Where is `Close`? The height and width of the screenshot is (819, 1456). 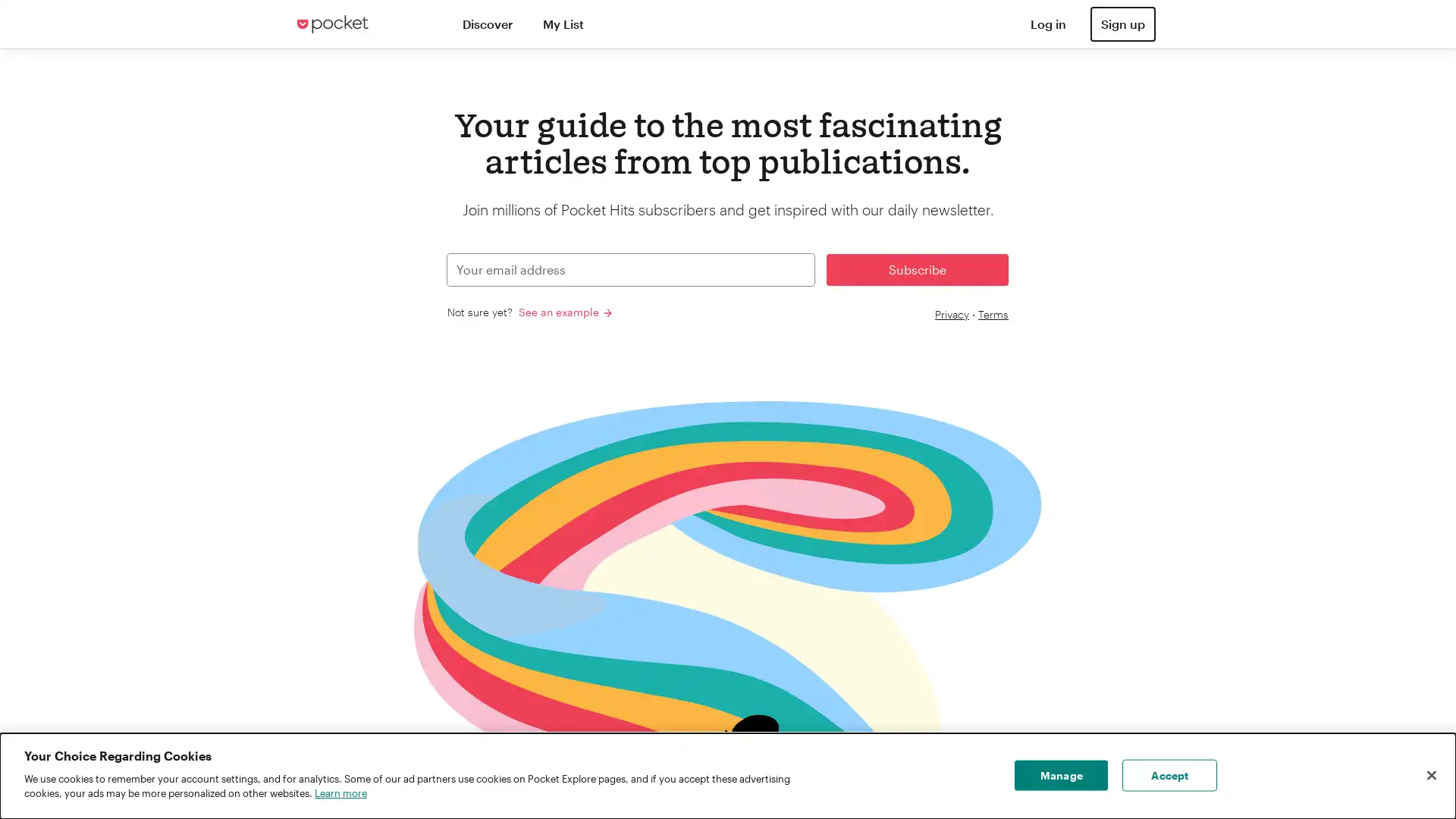 Close is located at coordinates (1430, 775).